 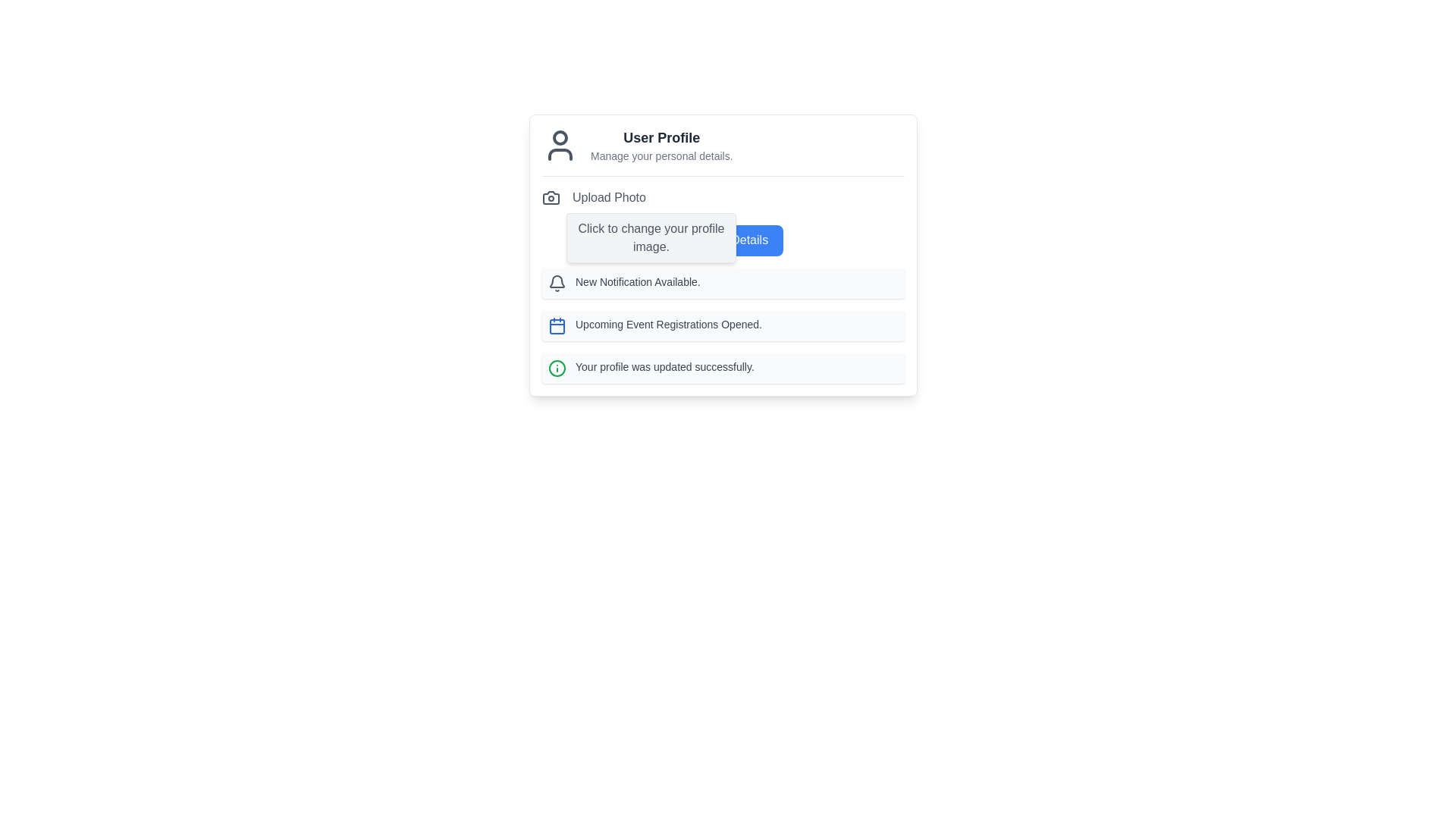 What do you see at coordinates (723, 324) in the screenshot?
I see `the second notification item that has a light gray background and contains the message 'Upcoming Event Registrations Opened.'` at bounding box center [723, 324].